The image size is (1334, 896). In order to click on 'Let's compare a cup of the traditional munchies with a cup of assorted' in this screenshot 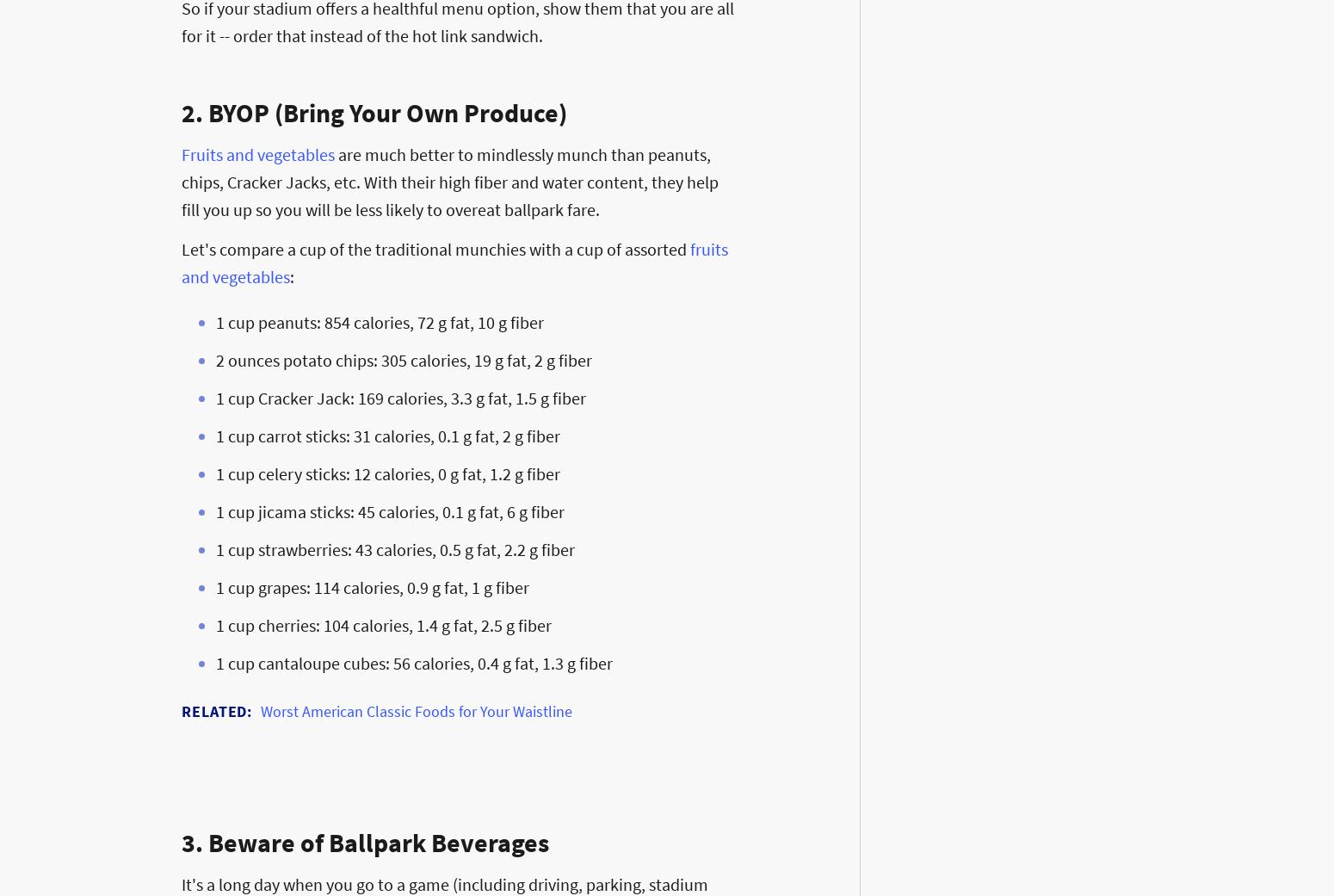, I will do `click(435, 248)`.